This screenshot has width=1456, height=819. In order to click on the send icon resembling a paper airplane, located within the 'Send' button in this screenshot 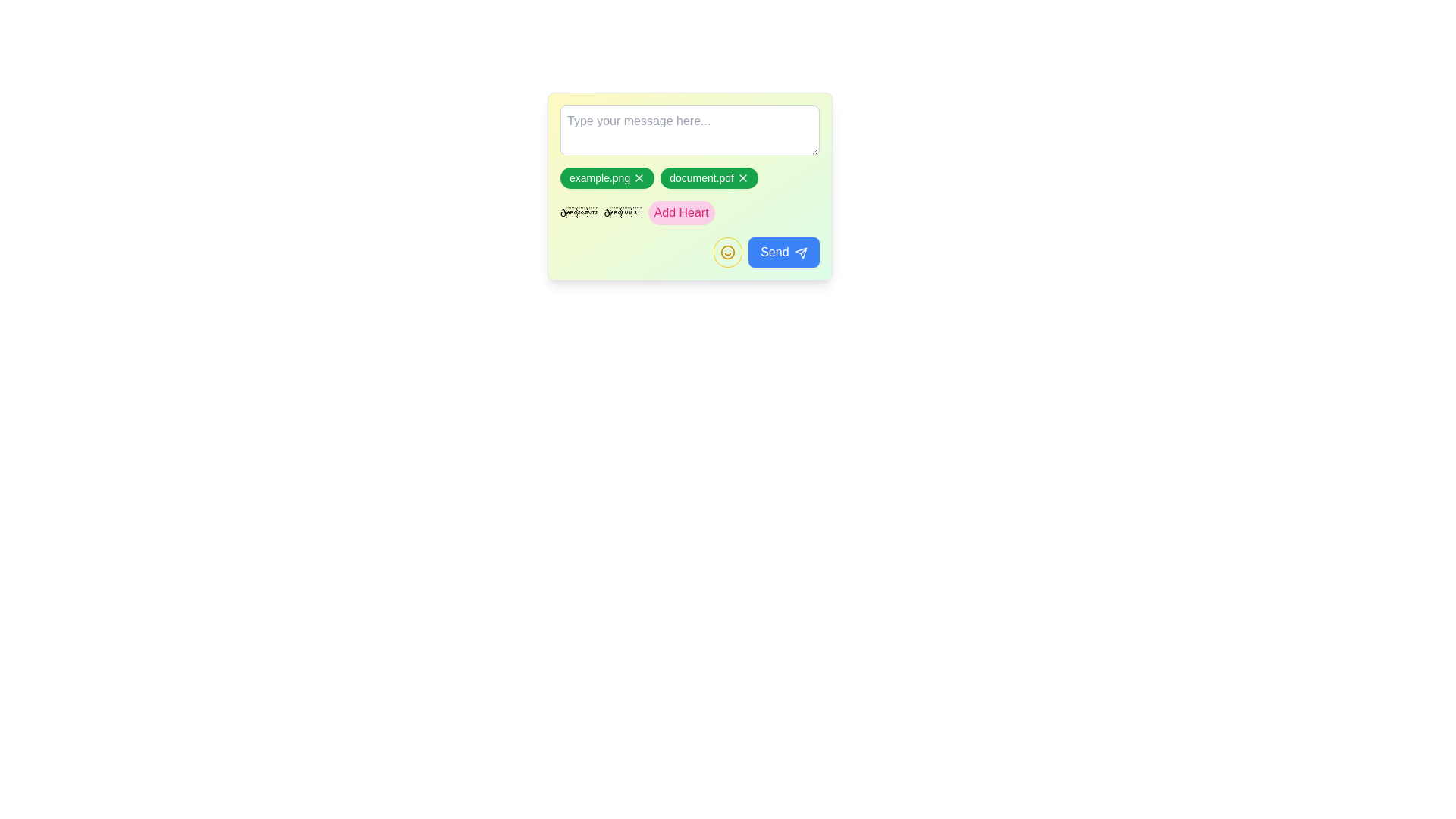, I will do `click(800, 251)`.